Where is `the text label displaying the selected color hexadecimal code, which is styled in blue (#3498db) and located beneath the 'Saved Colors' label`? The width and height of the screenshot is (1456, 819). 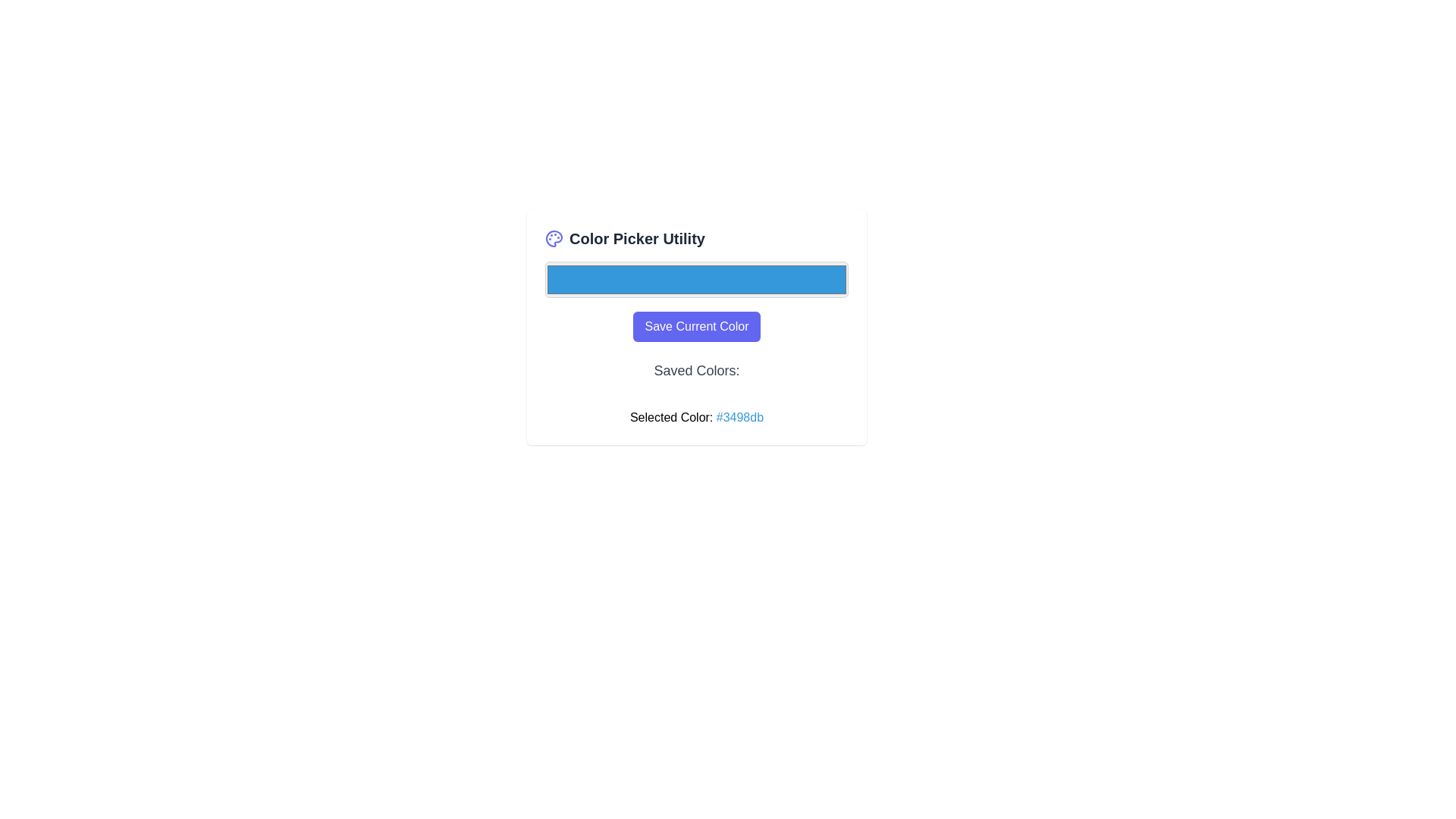 the text label displaying the selected color hexadecimal code, which is styled in blue (#3498db) and located beneath the 'Saved Colors' label is located at coordinates (739, 417).